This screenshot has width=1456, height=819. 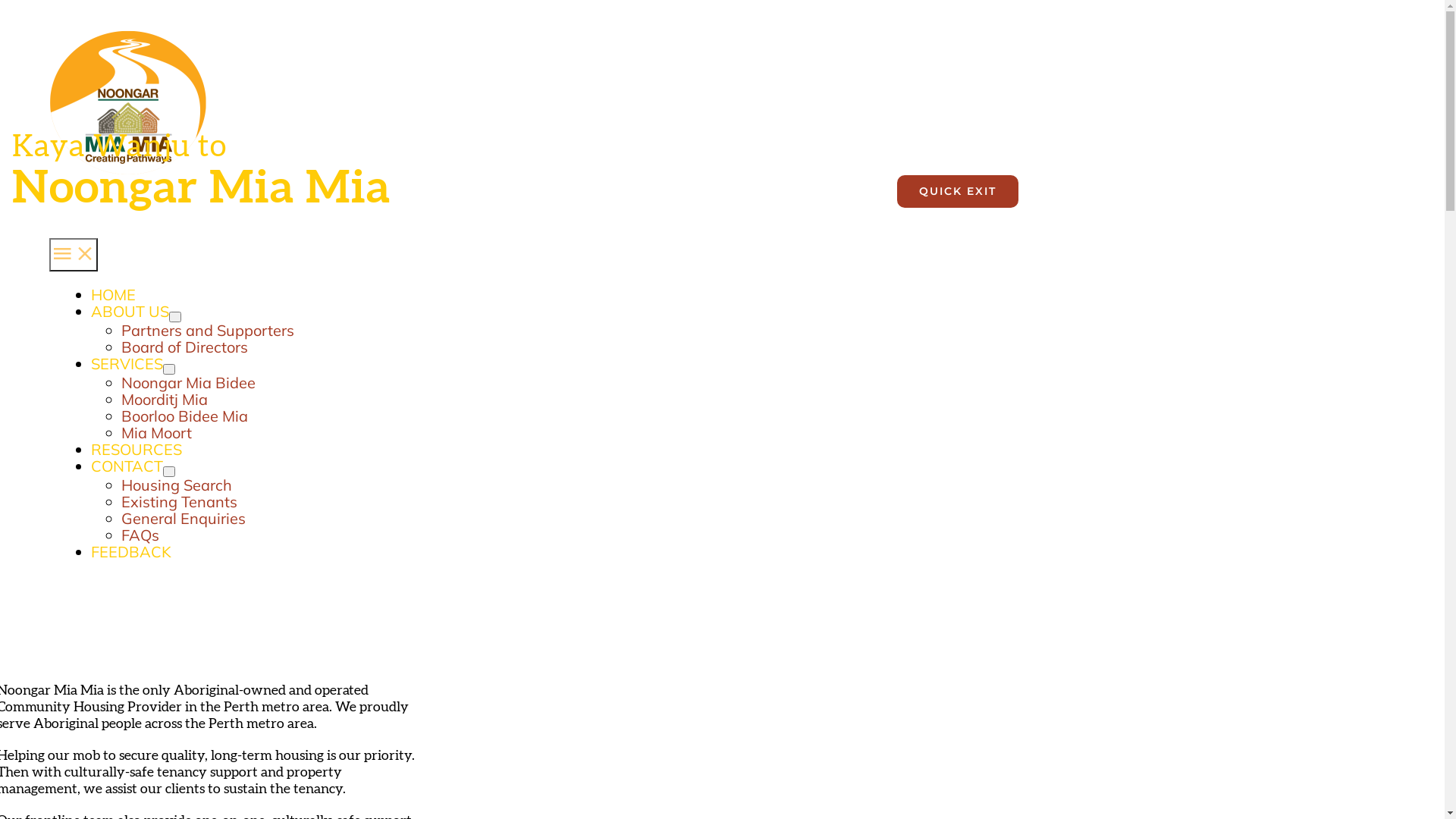 I want to click on 'General Enquiries', so click(x=182, y=517).